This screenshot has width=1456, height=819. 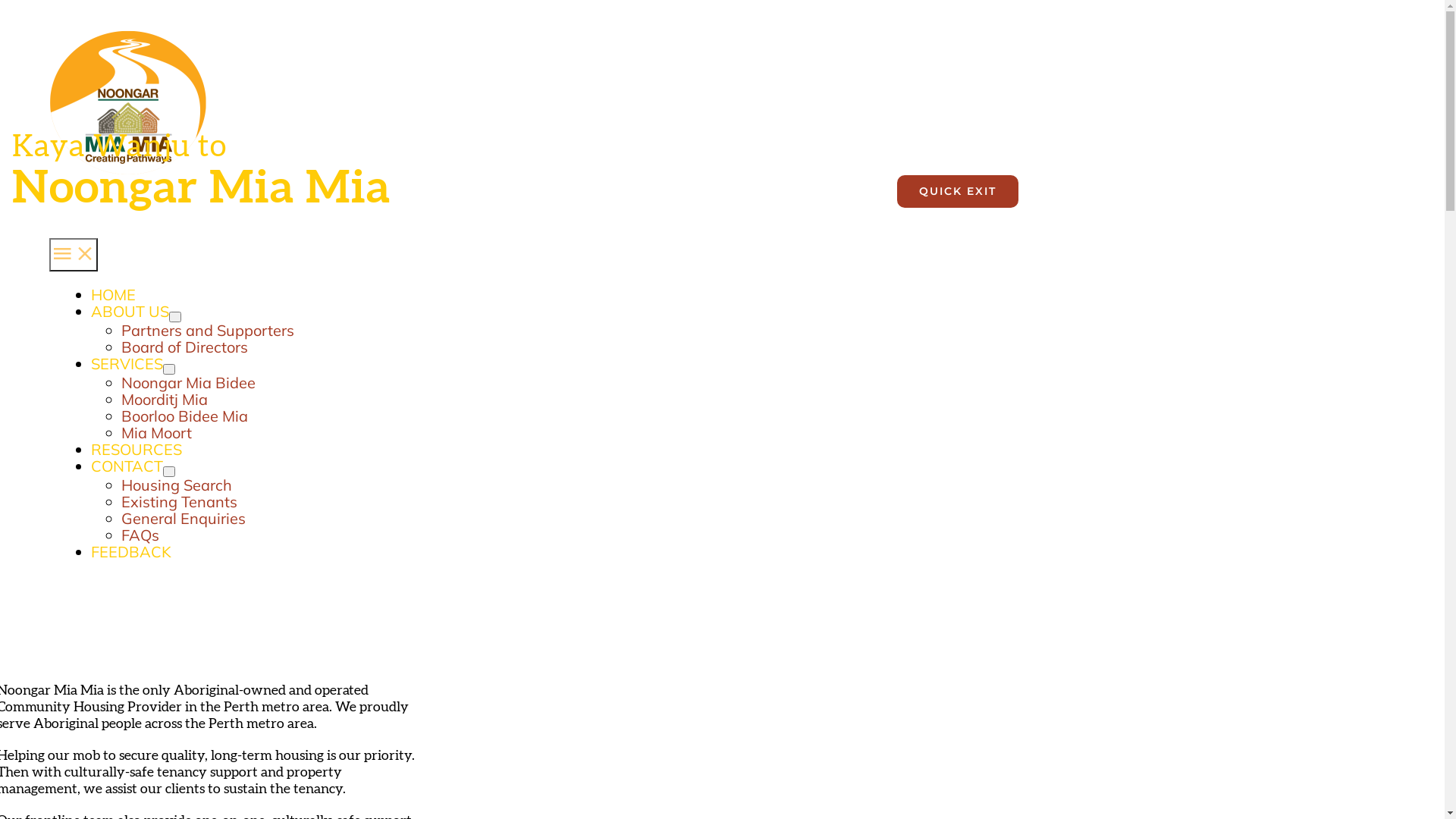 I want to click on 'General Enquiries', so click(x=182, y=517).